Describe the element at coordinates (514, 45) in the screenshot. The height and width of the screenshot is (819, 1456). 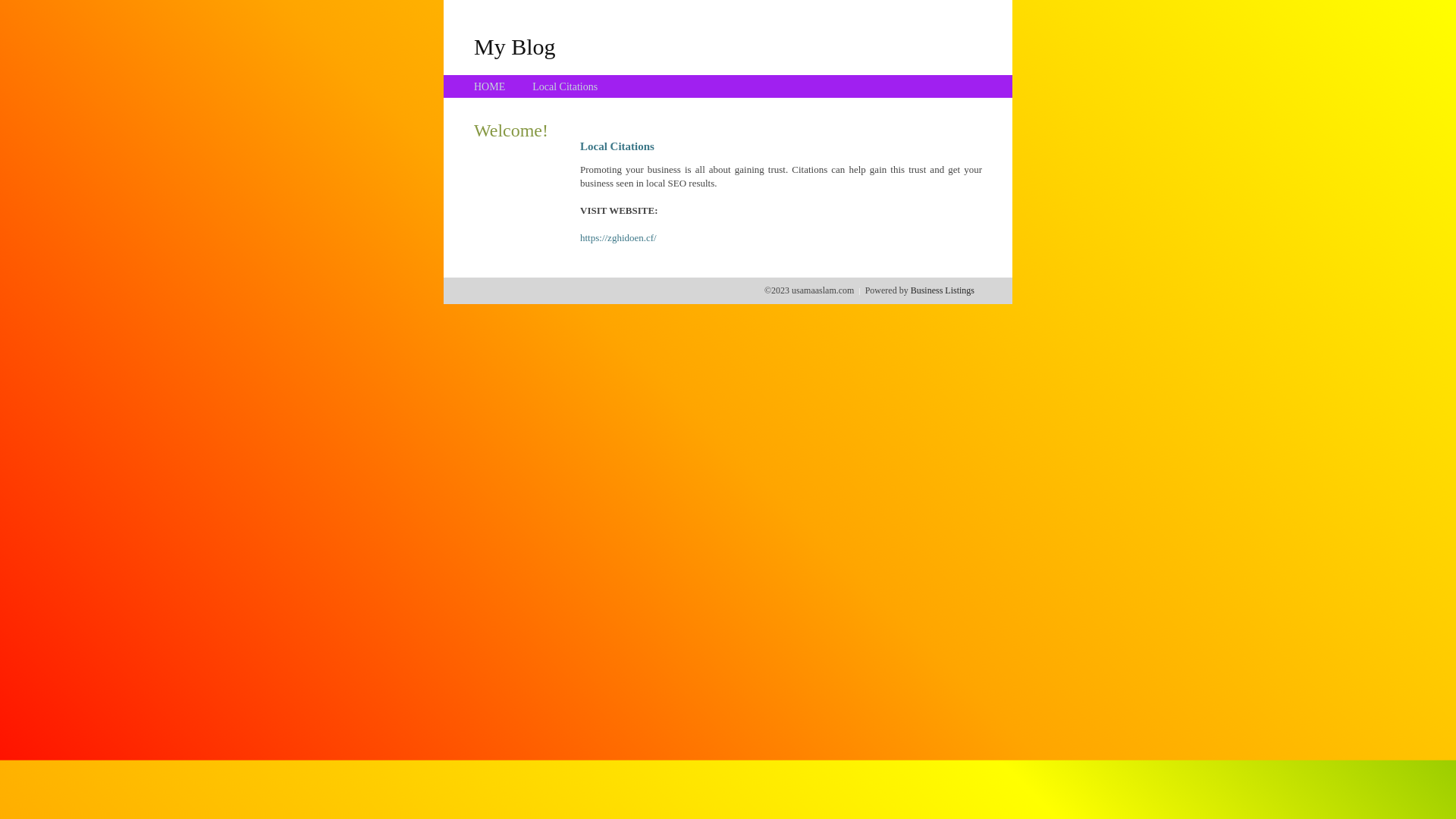
I see `'My Blog'` at that location.